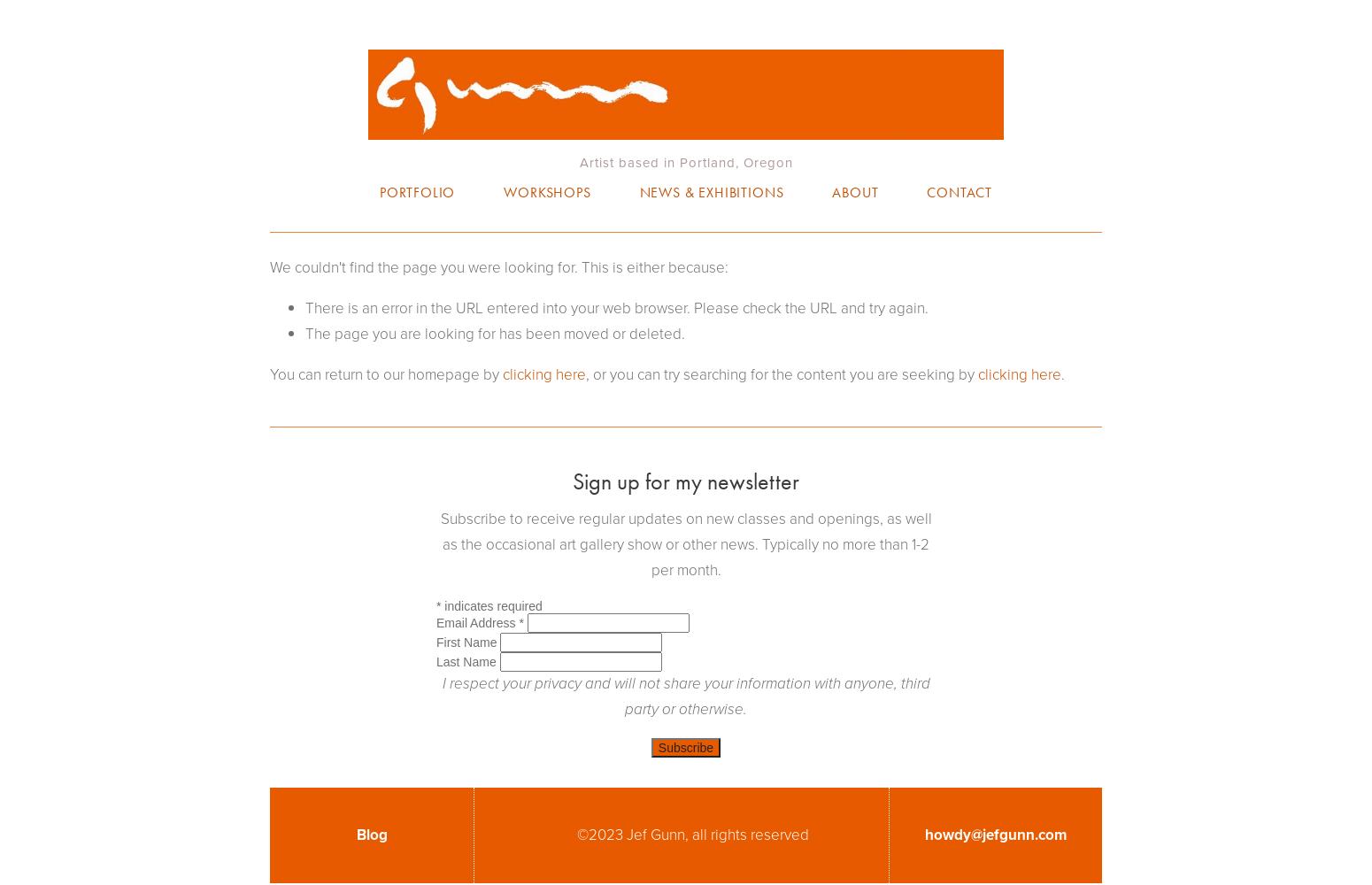 Image resolution: width=1372 pixels, height=885 pixels. I want to click on 'indicates required', so click(491, 605).